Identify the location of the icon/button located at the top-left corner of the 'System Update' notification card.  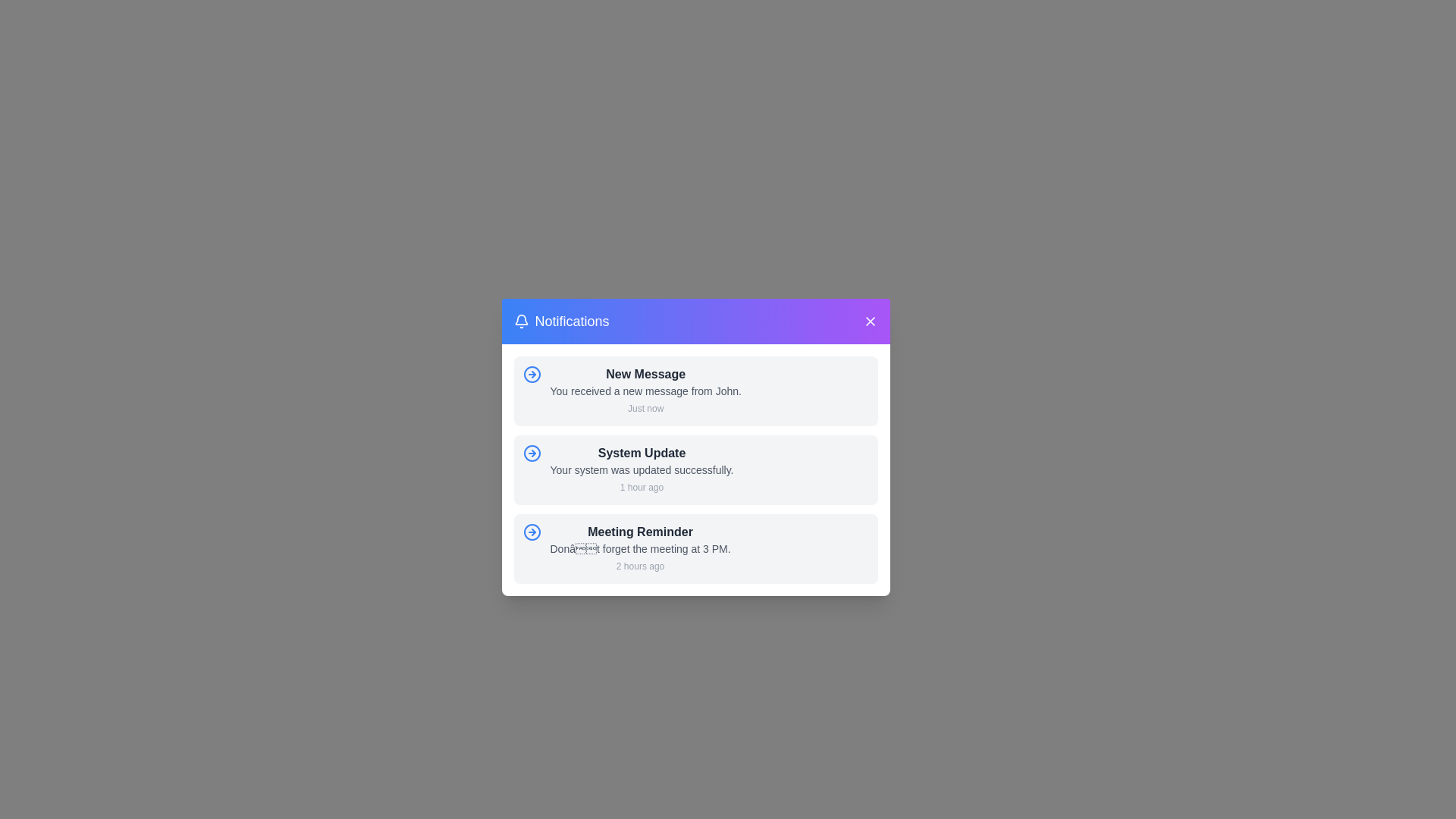
(532, 452).